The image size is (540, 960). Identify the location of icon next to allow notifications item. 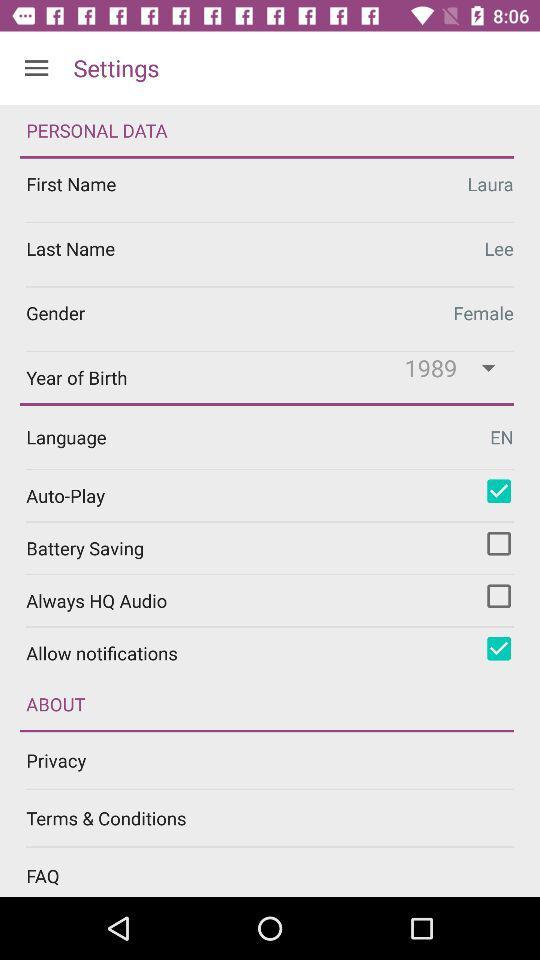
(498, 647).